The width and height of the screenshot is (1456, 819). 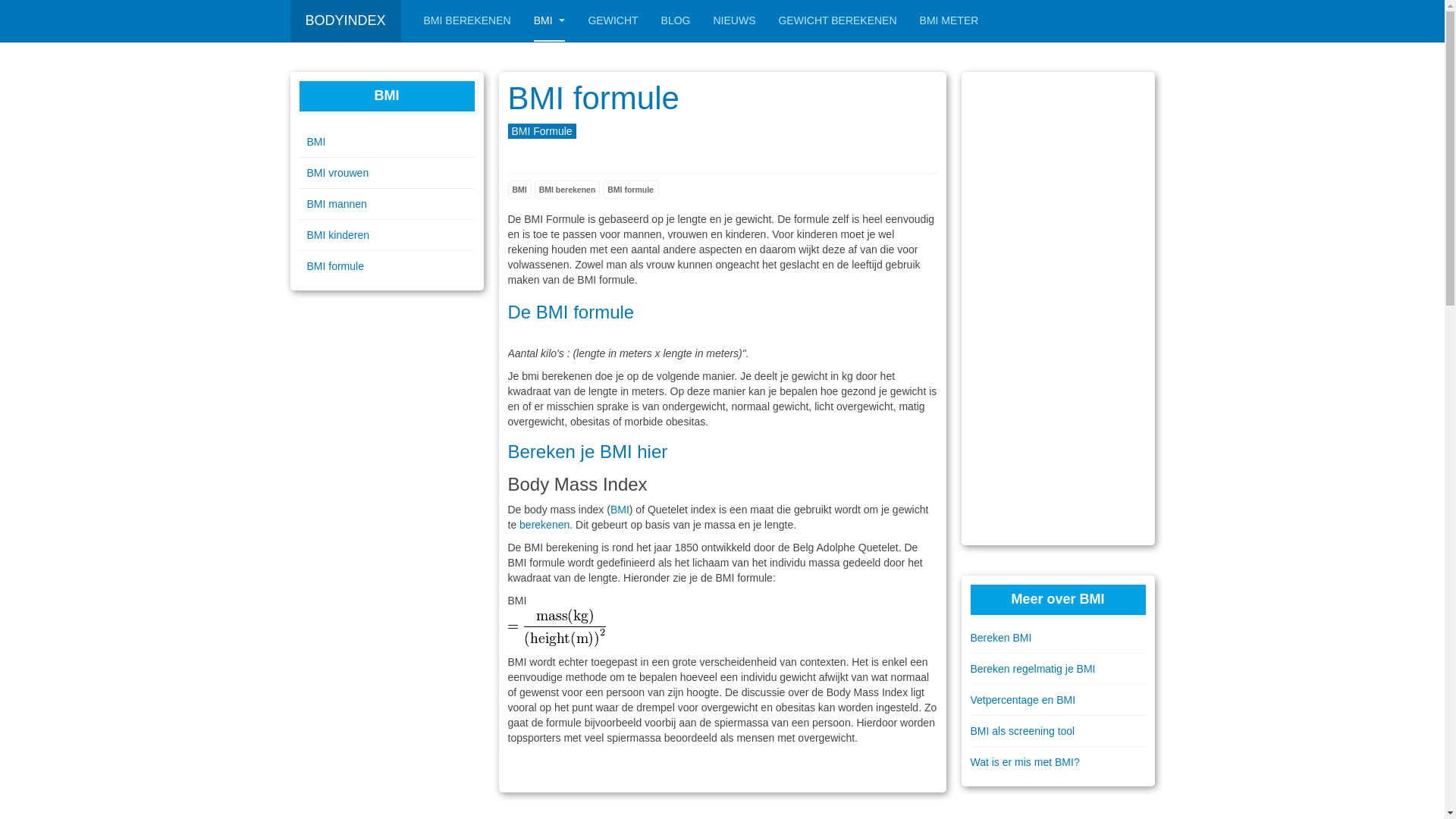 I want to click on 'Bereken regelmatig je BMI', so click(x=1057, y=668).